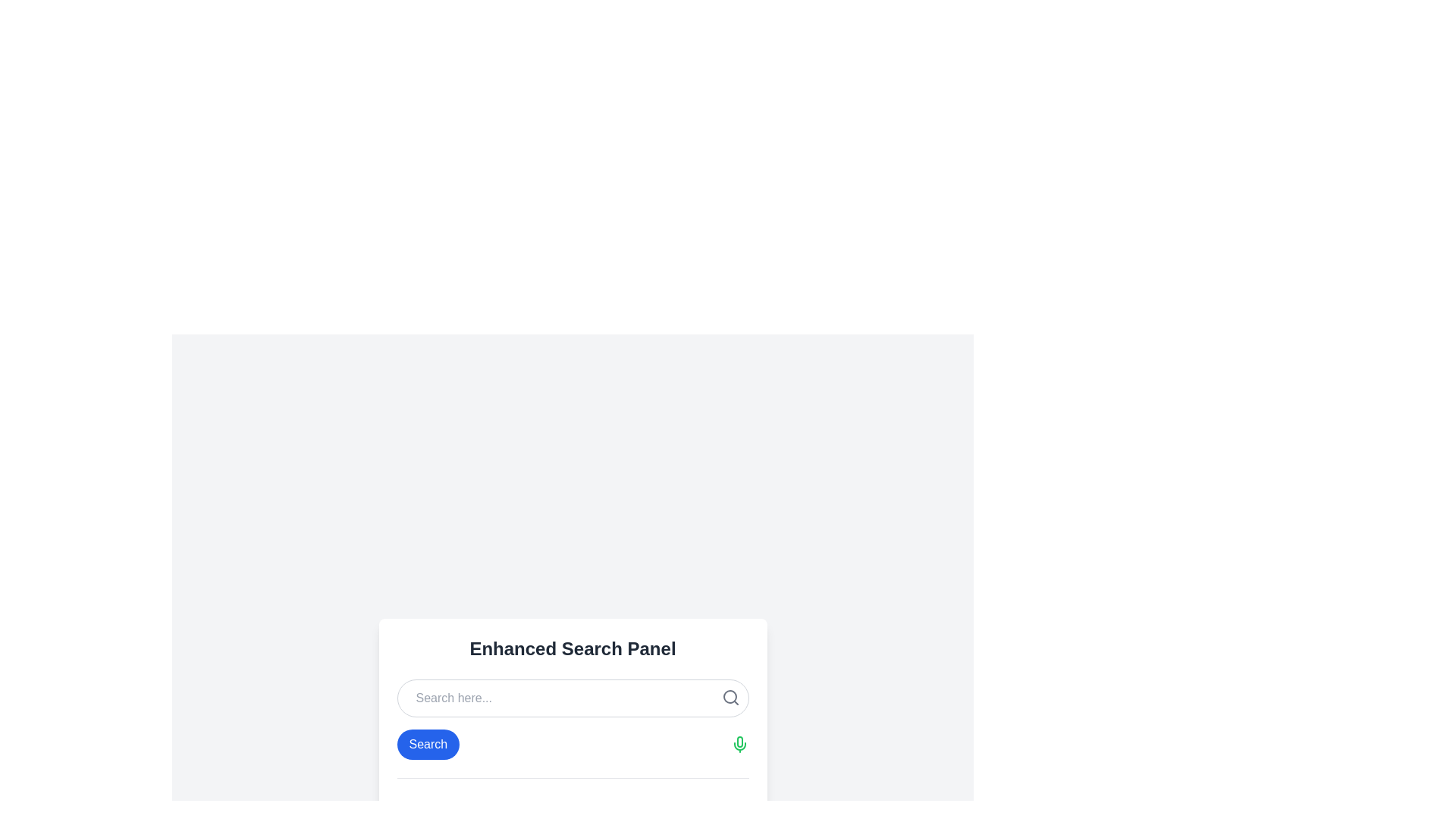  Describe the element at coordinates (739, 743) in the screenshot. I see `the microphone icon located` at that location.